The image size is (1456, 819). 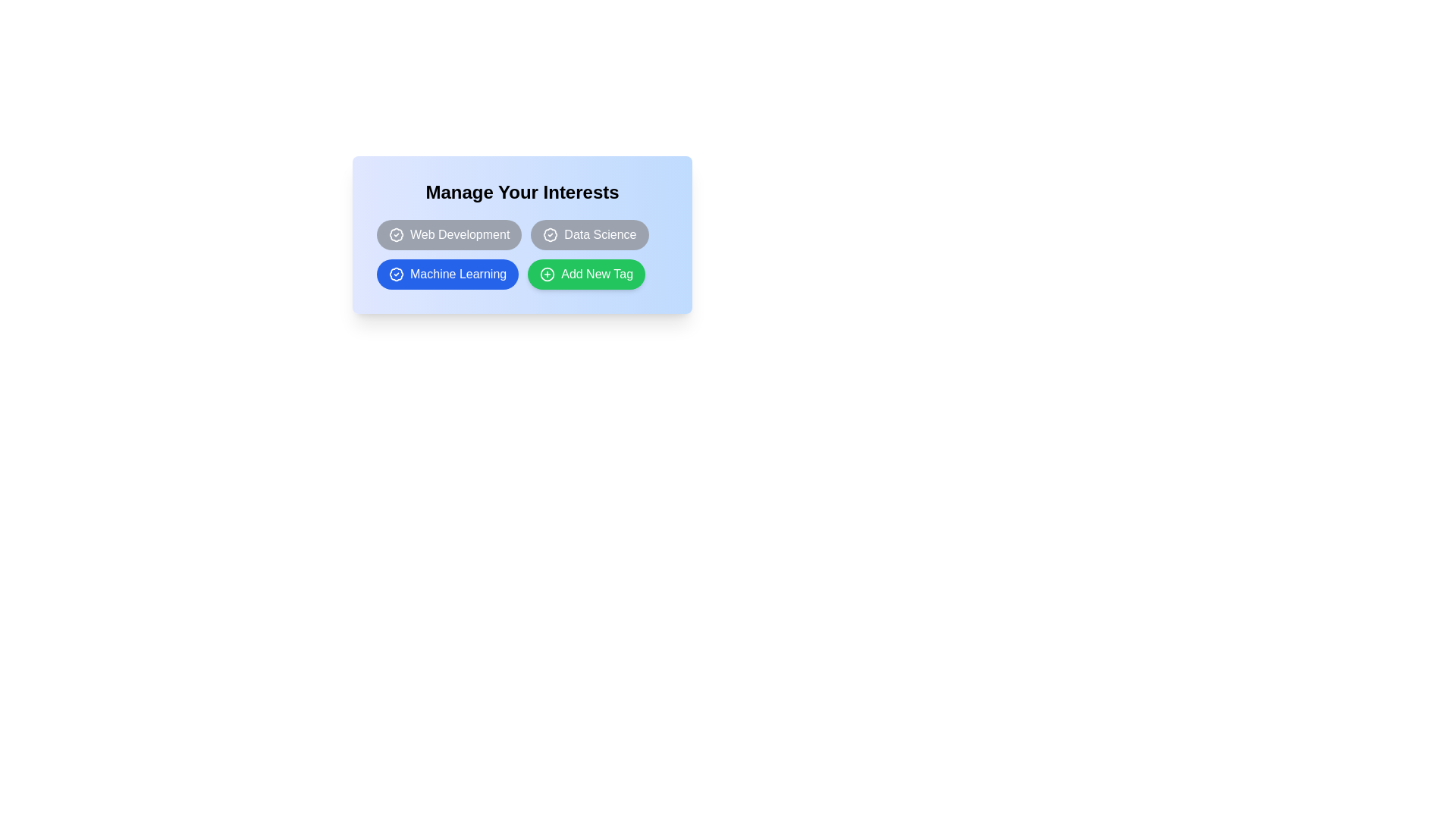 What do you see at coordinates (588, 234) in the screenshot?
I see `the tag Data Science` at bounding box center [588, 234].